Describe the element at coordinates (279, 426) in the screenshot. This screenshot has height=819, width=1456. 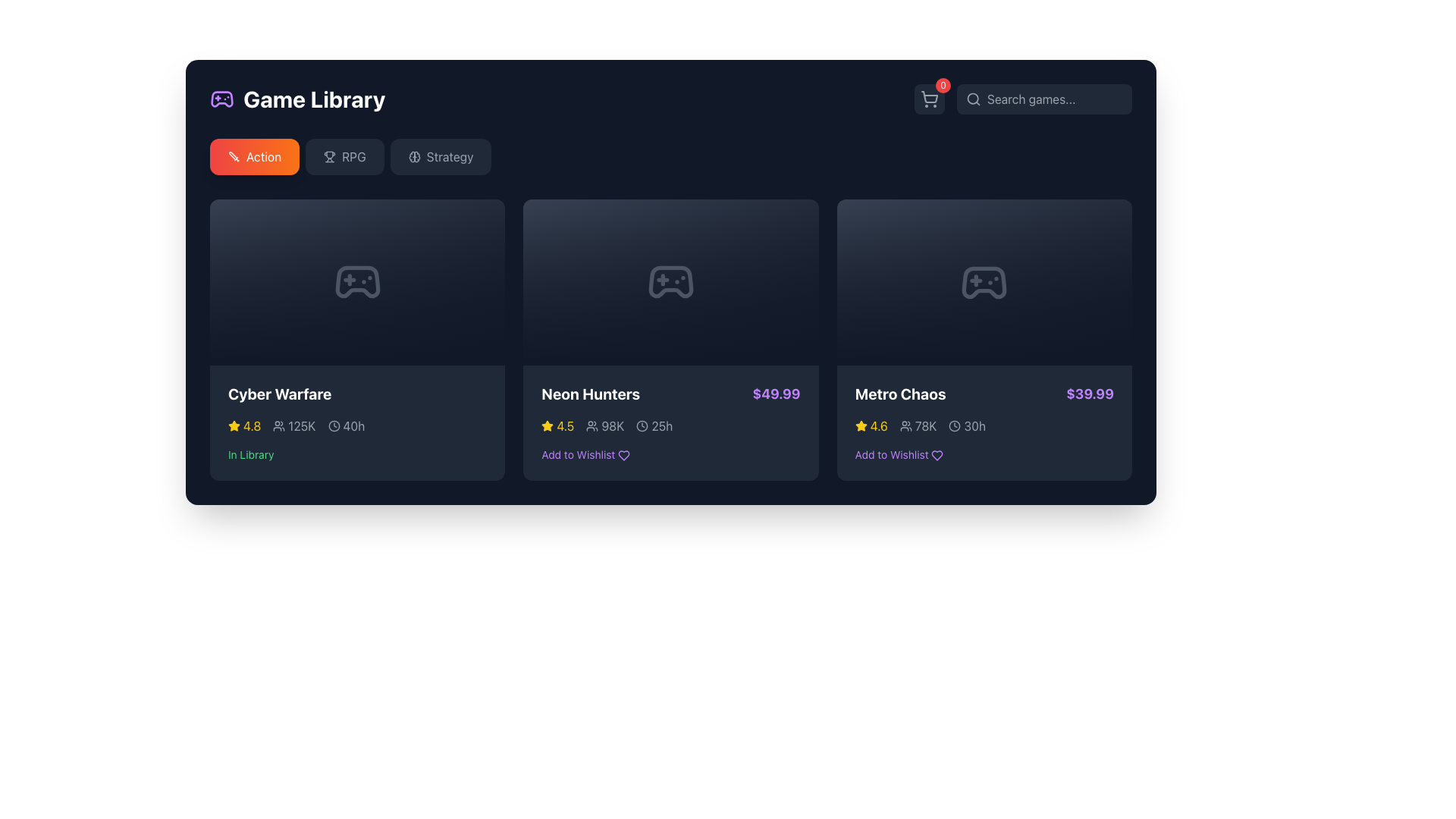
I see `the user count icon located in the 'Cyber Warfare' game card, directly left of the '125K' text, aligned with the star and clock icons` at that location.